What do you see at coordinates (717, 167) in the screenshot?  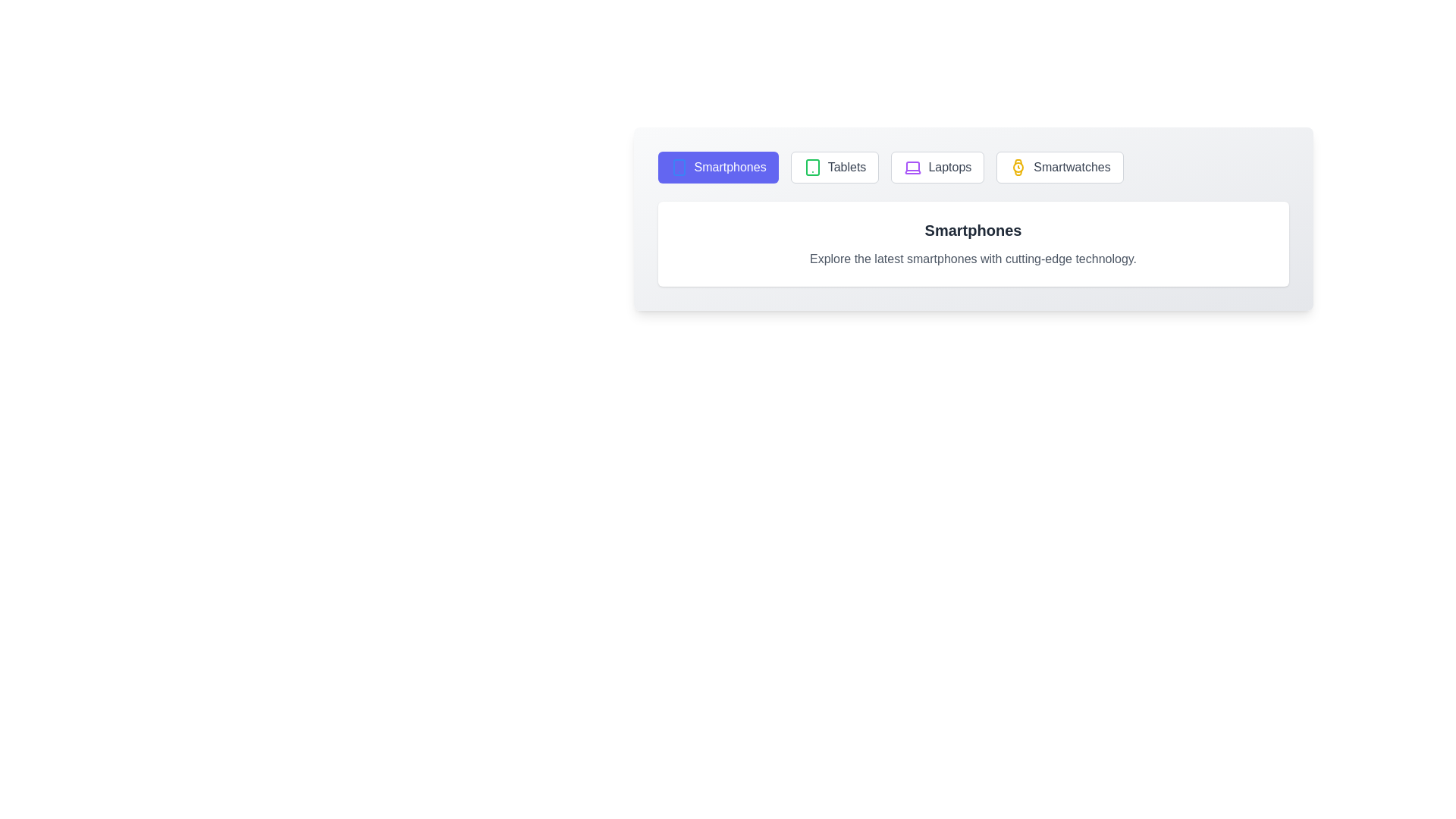 I see `the active tab labeled 'Smartphones' to observe its behavior` at bounding box center [717, 167].